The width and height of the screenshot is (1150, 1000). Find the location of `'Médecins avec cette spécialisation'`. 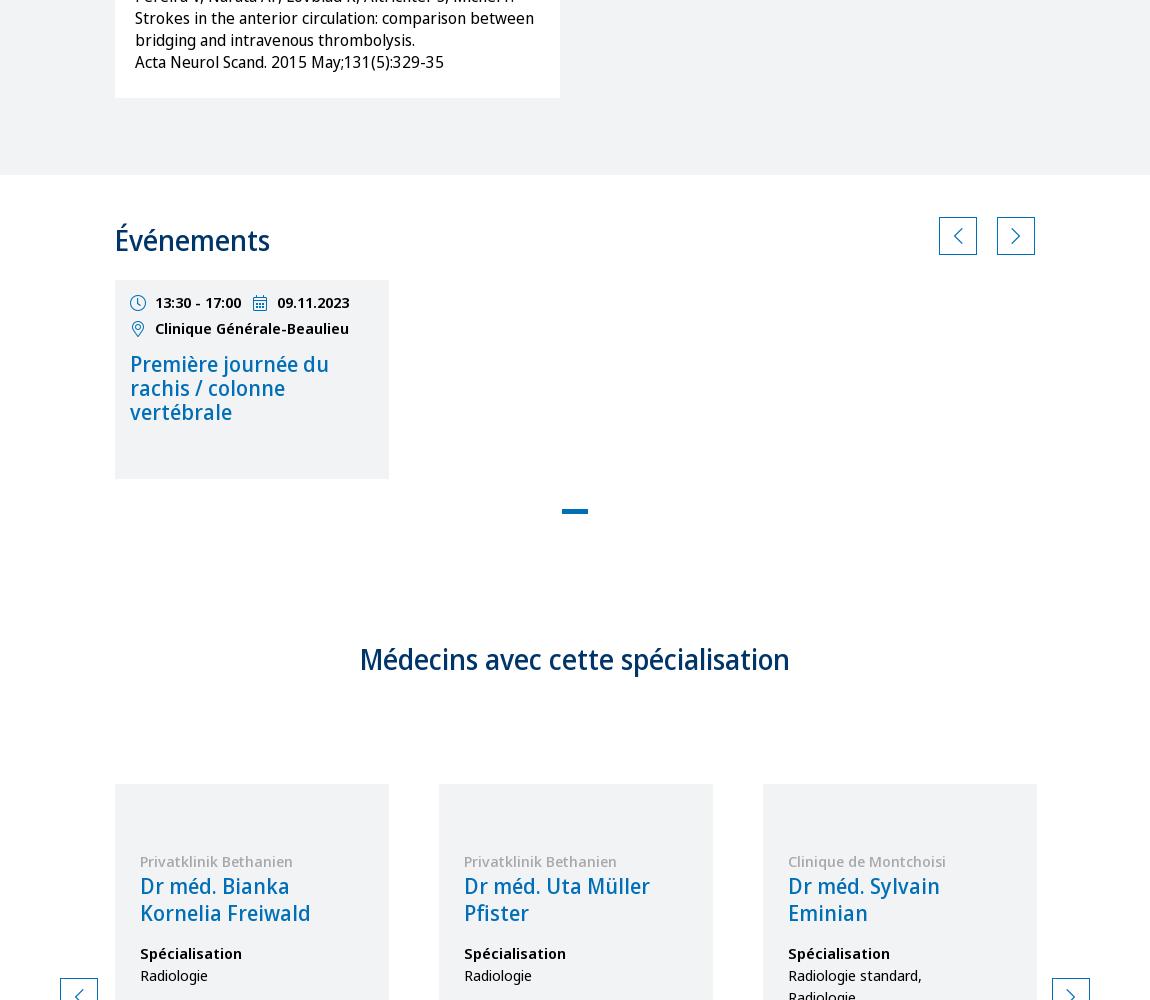

'Médecins avec cette spécialisation' is located at coordinates (575, 659).